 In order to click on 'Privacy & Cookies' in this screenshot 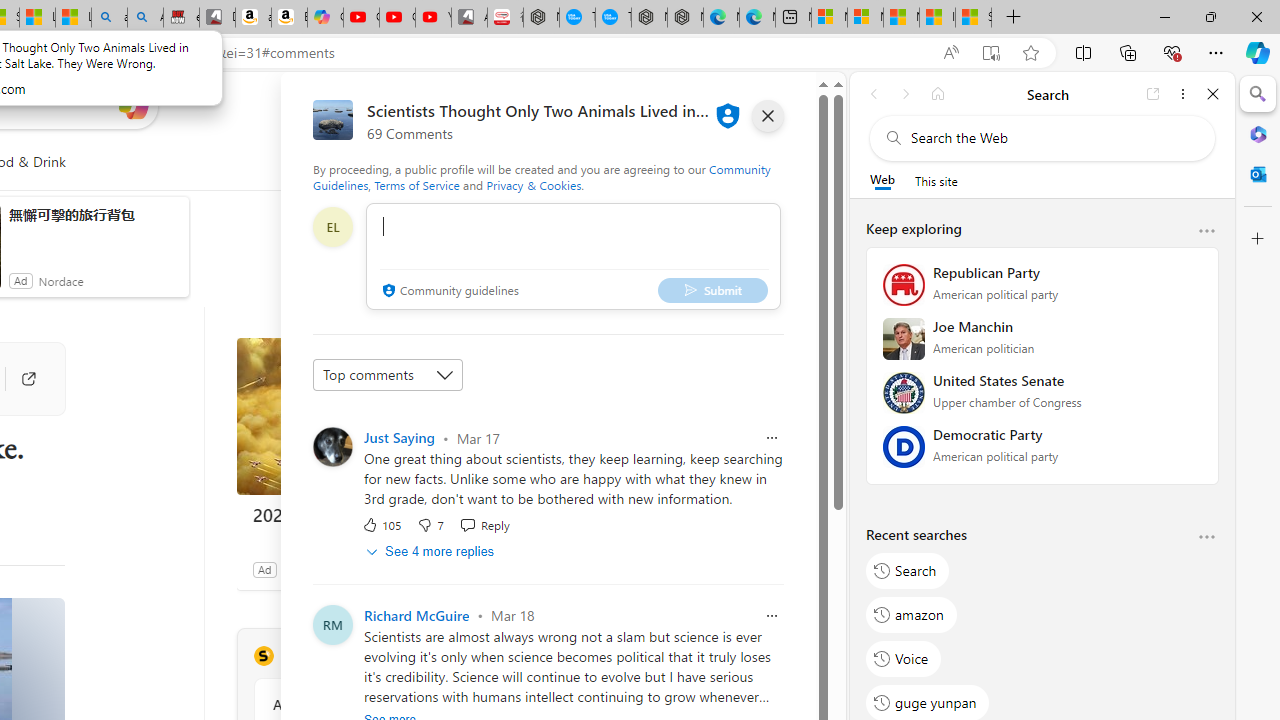, I will do `click(534, 185)`.